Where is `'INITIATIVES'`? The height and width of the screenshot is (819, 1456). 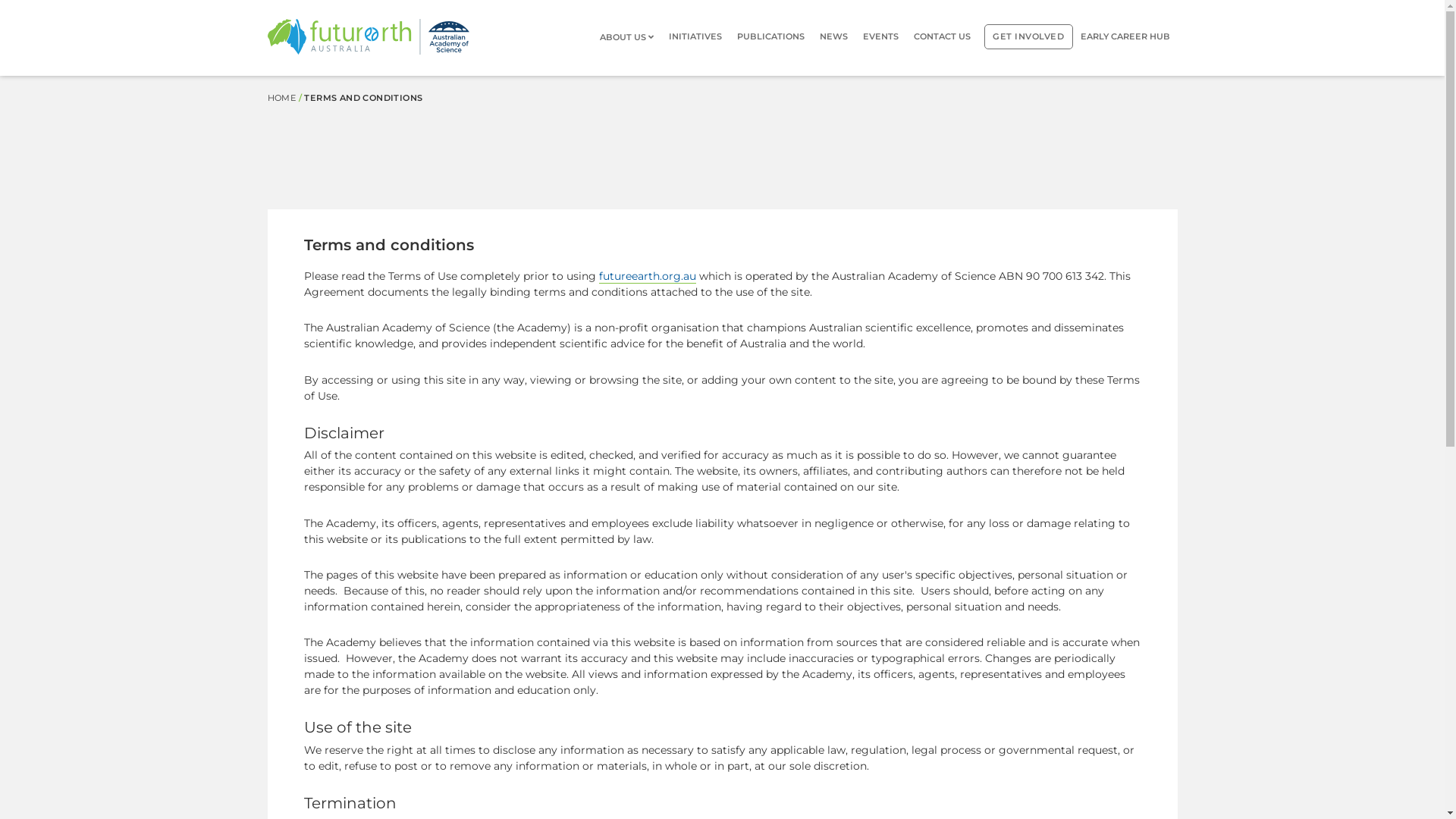
'INITIATIVES' is located at coordinates (694, 36).